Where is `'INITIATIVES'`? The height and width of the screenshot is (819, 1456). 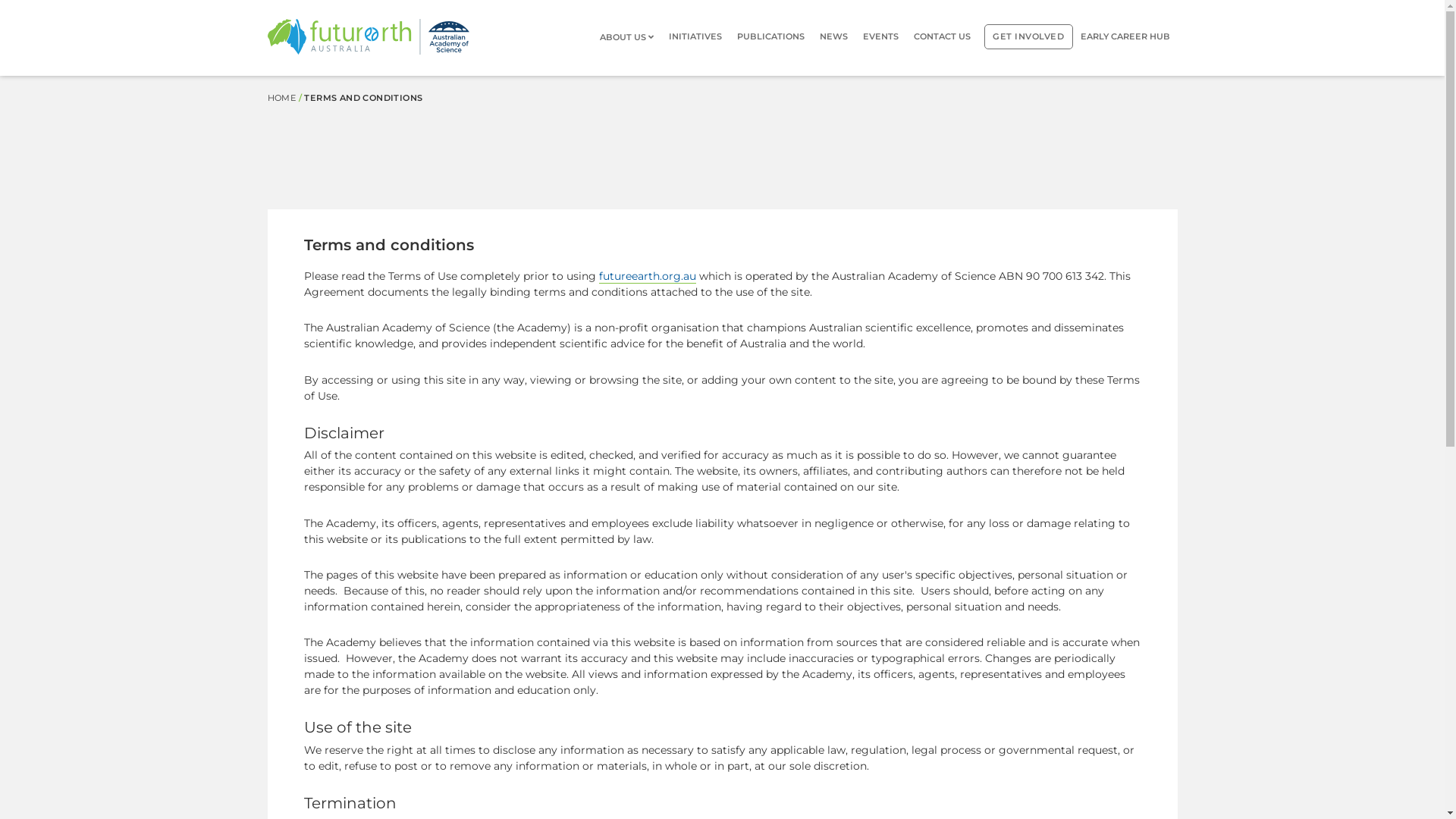
'INITIATIVES' is located at coordinates (694, 36).